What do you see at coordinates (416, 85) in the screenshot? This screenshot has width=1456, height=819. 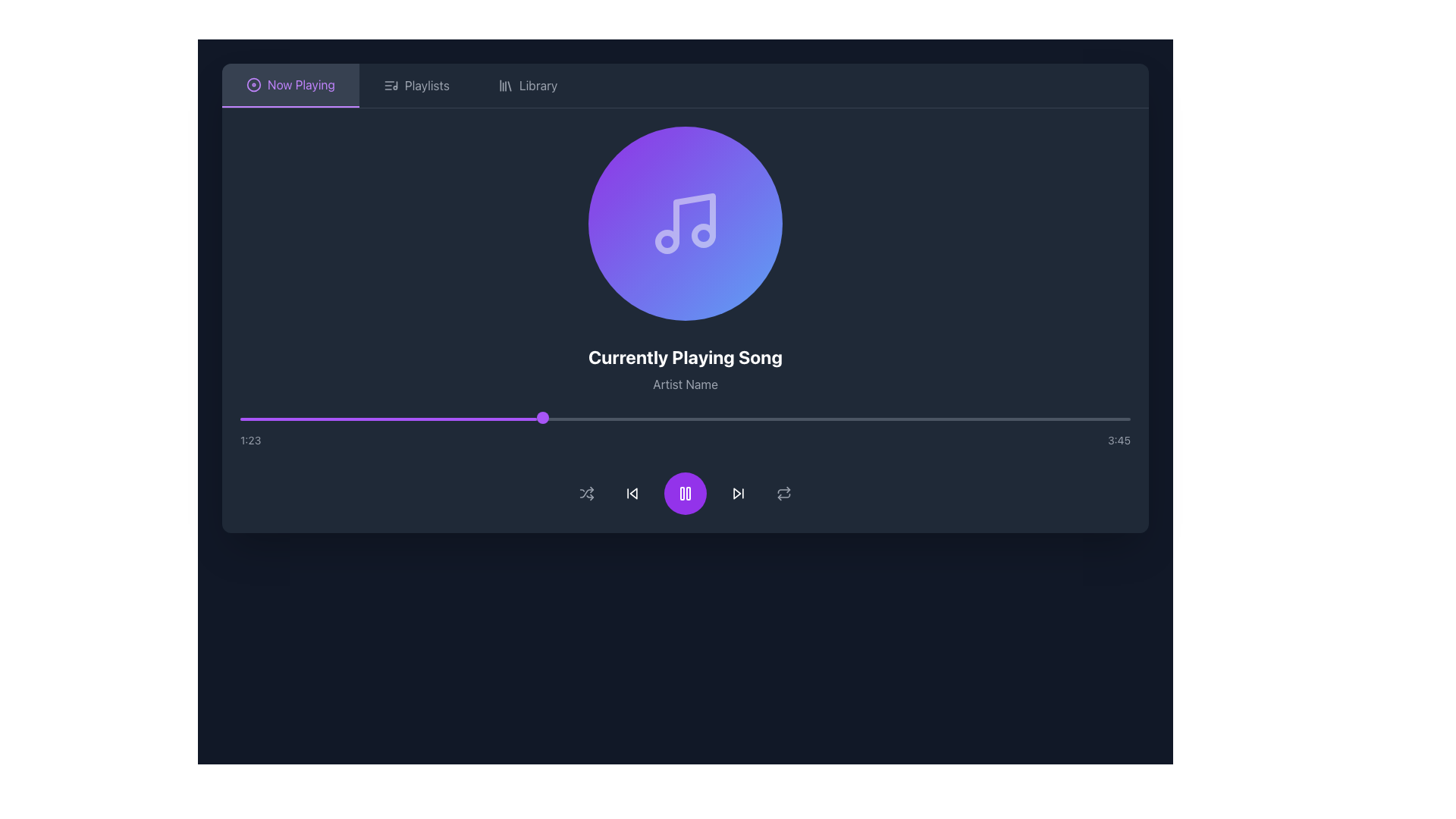 I see `the 'Playlists' button in the navigation bar` at bounding box center [416, 85].